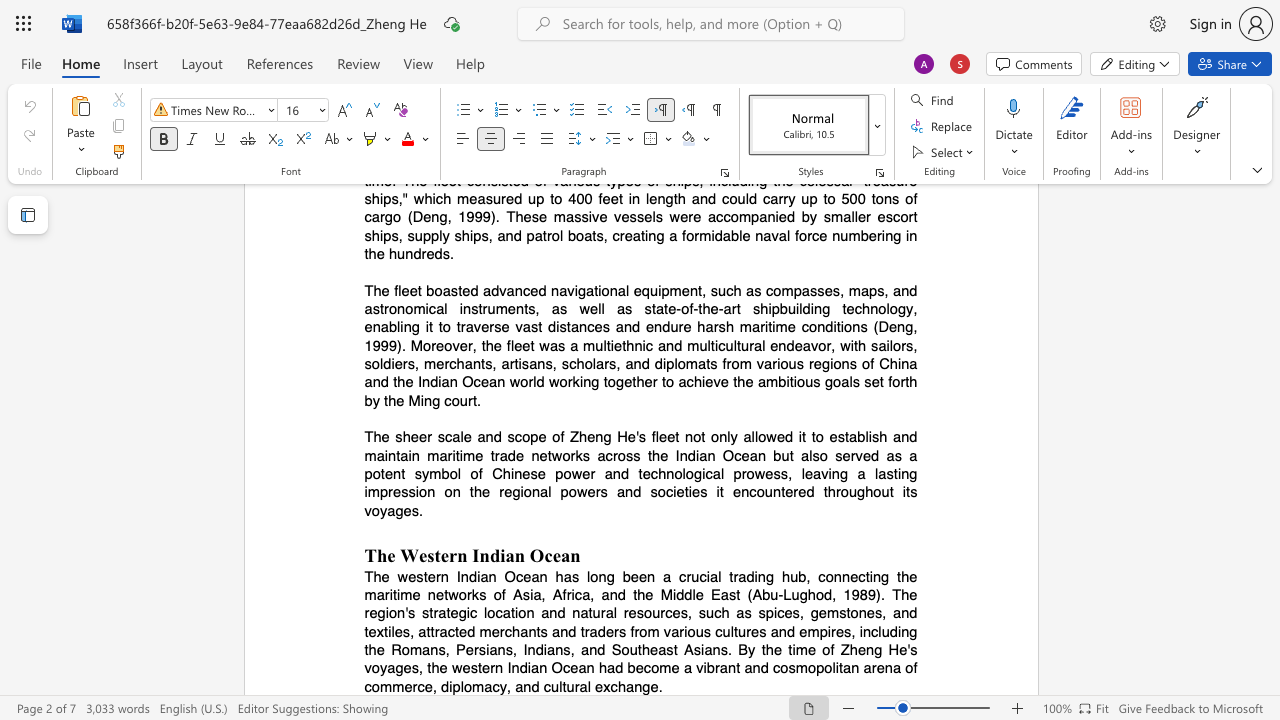  I want to click on the subset text "ce, diplomacy, an" within the text "voyages, the western Indian Ocean had become a vibrant and cosmopolitan arena of commerce, diplomacy, and cultural exchange.", so click(416, 685).